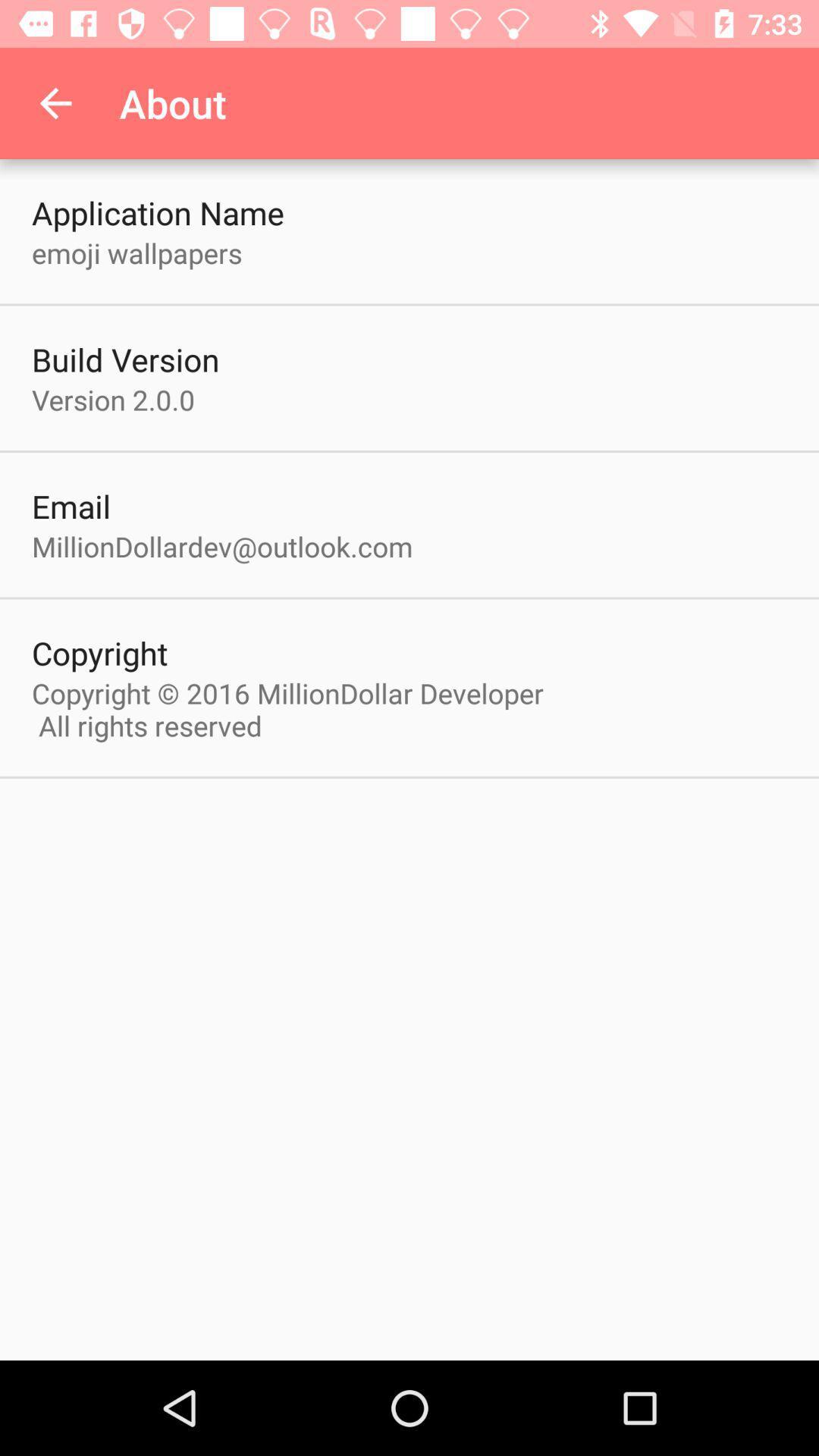  I want to click on build version, so click(124, 359).